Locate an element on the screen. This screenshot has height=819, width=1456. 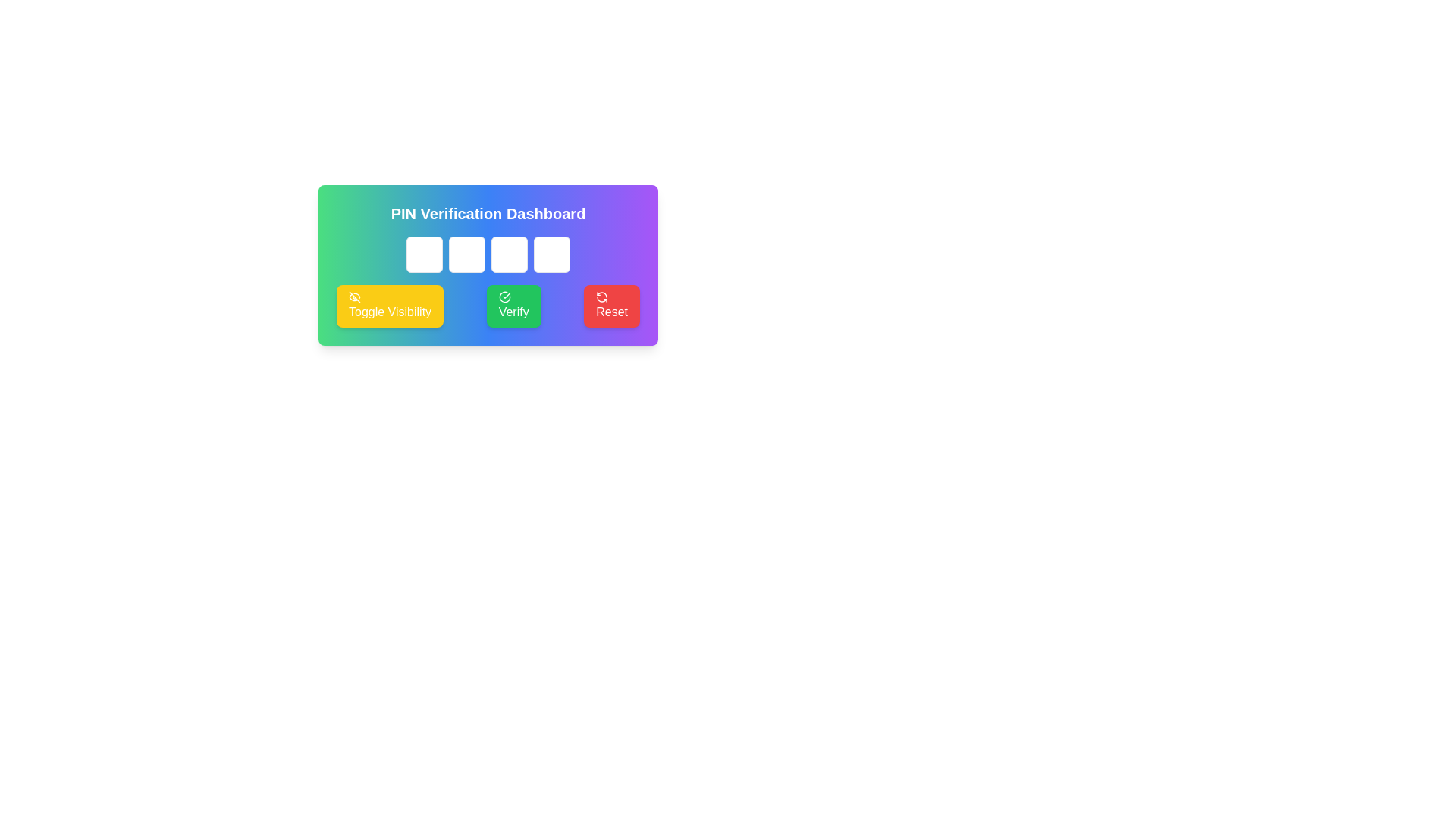
the 'Reset' button, which contains the icon for resetting input fields, located in the bottom-right region of the interface is located at coordinates (601, 297).